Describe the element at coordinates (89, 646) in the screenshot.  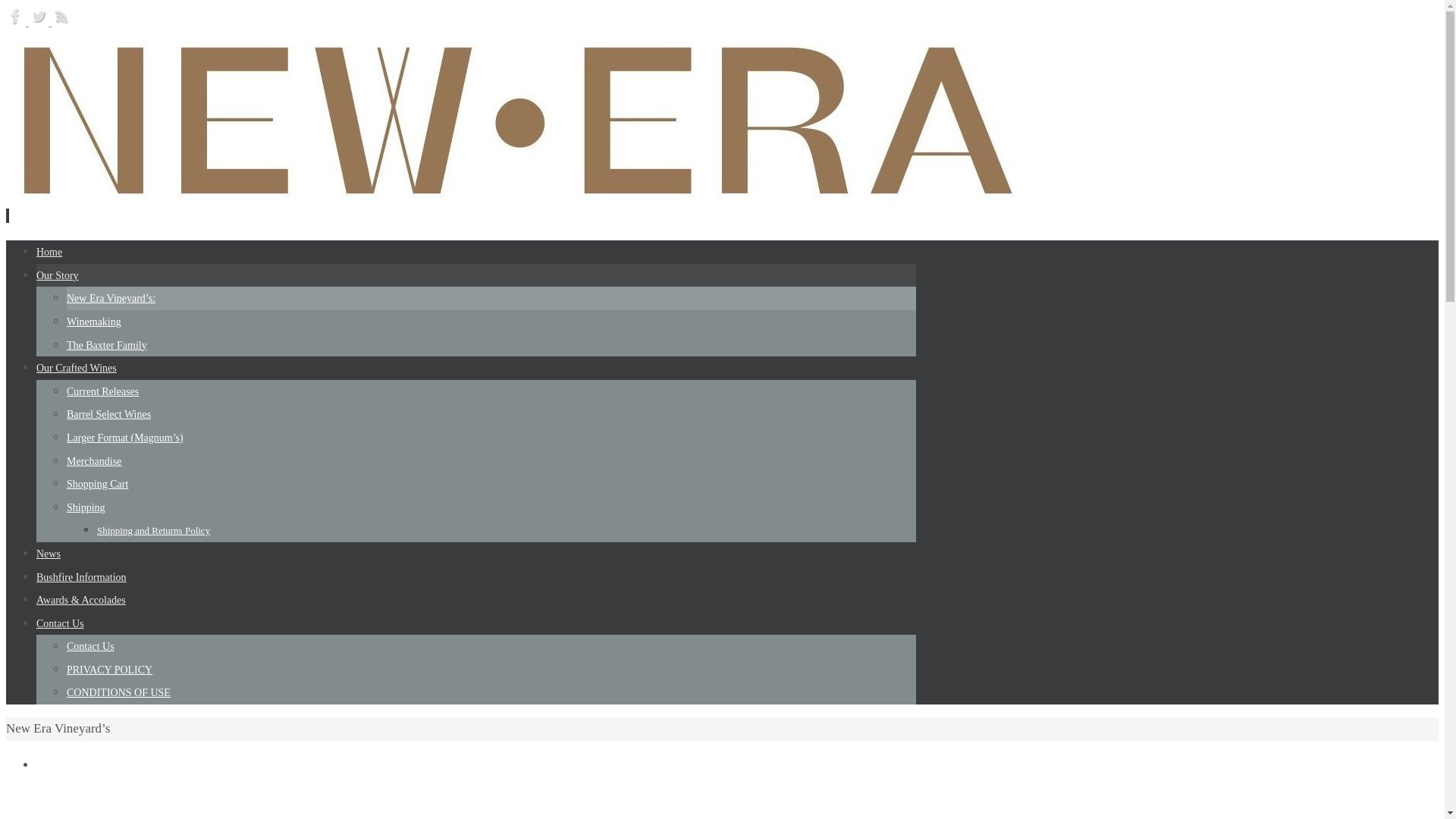
I see `'Contact Us'` at that location.